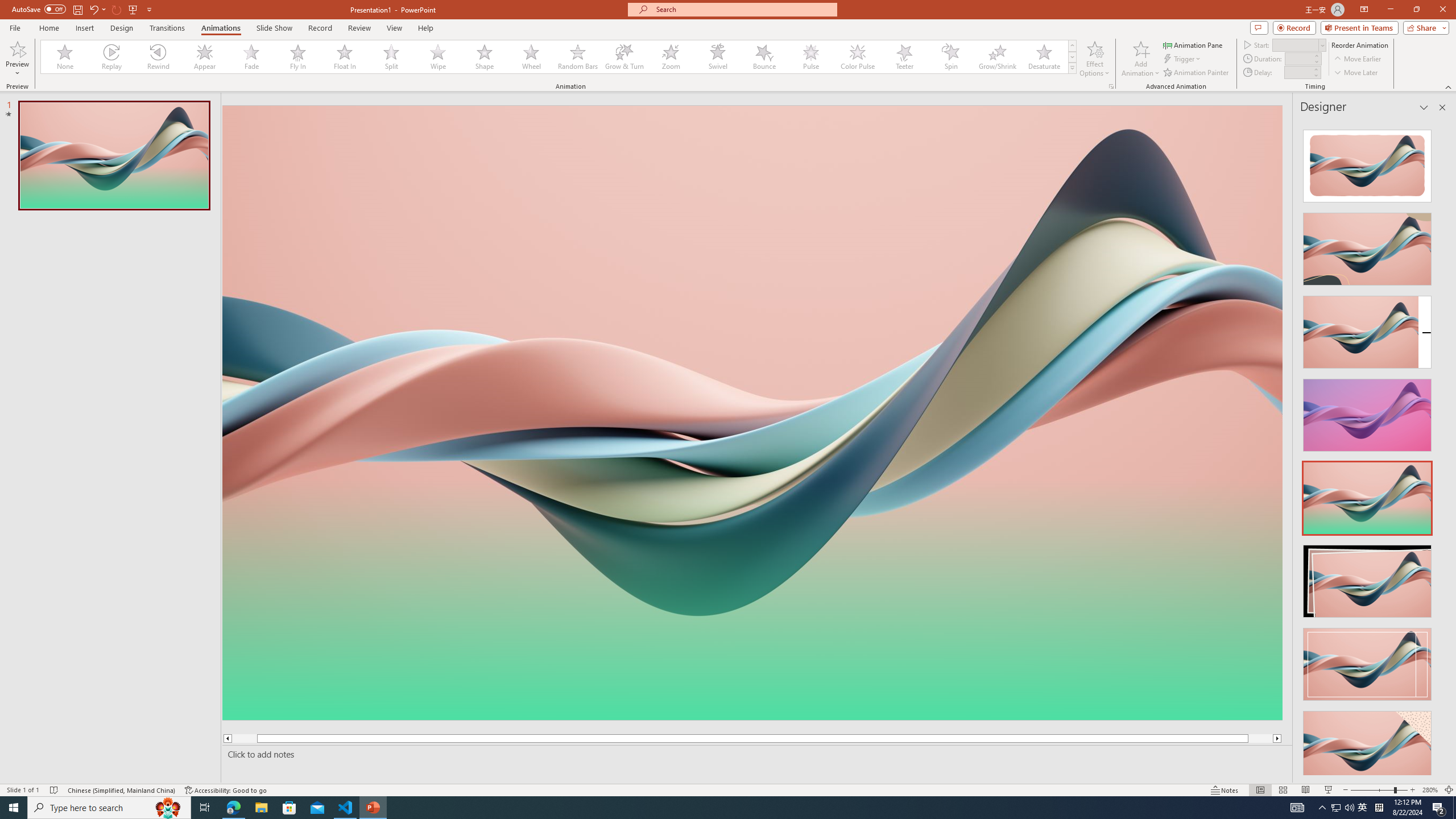 This screenshot has height=819, width=1456. I want to click on 'Pulse', so click(810, 56).